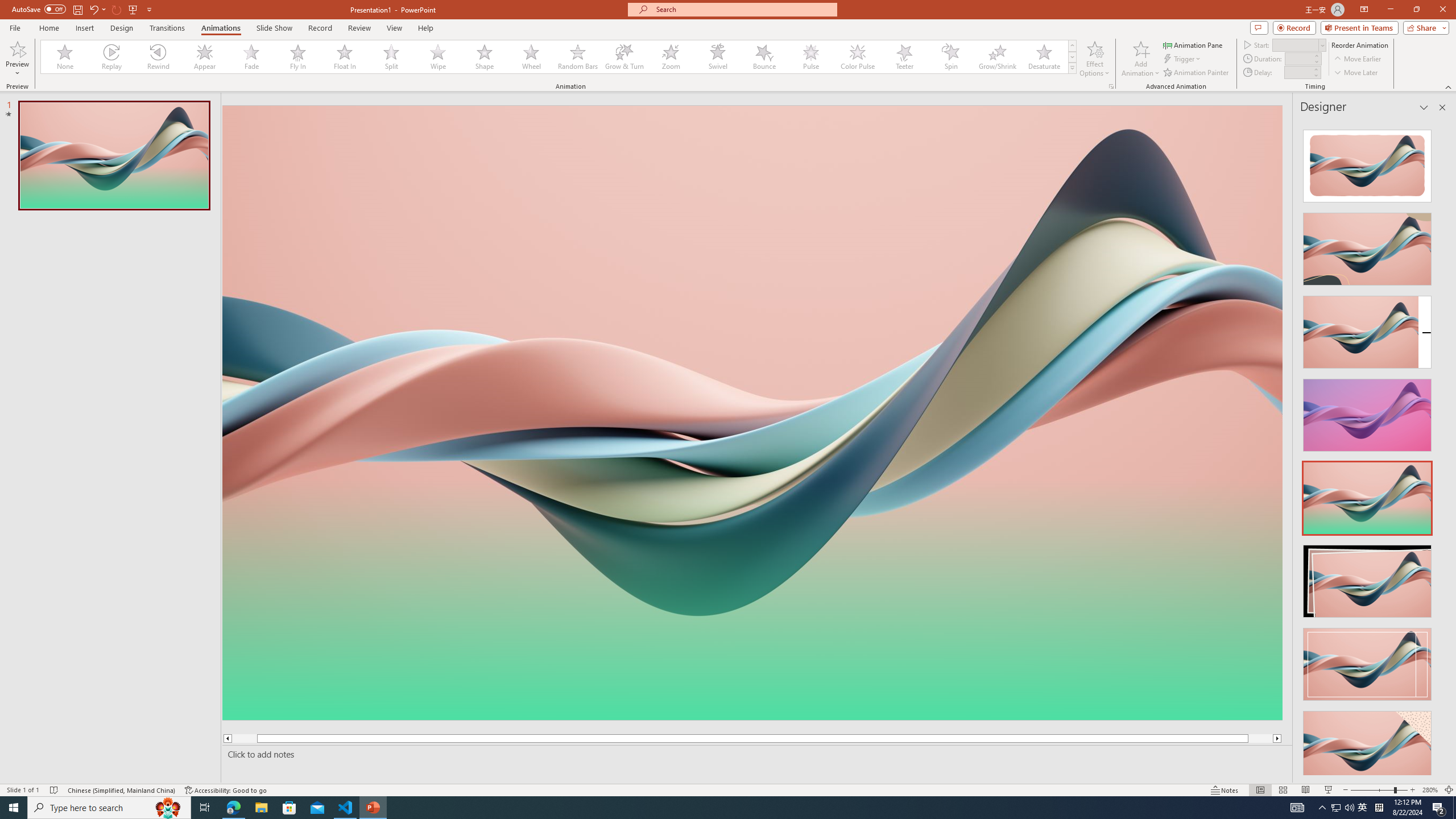 This screenshot has height=819, width=1456. I want to click on 'Pulse', so click(810, 56).